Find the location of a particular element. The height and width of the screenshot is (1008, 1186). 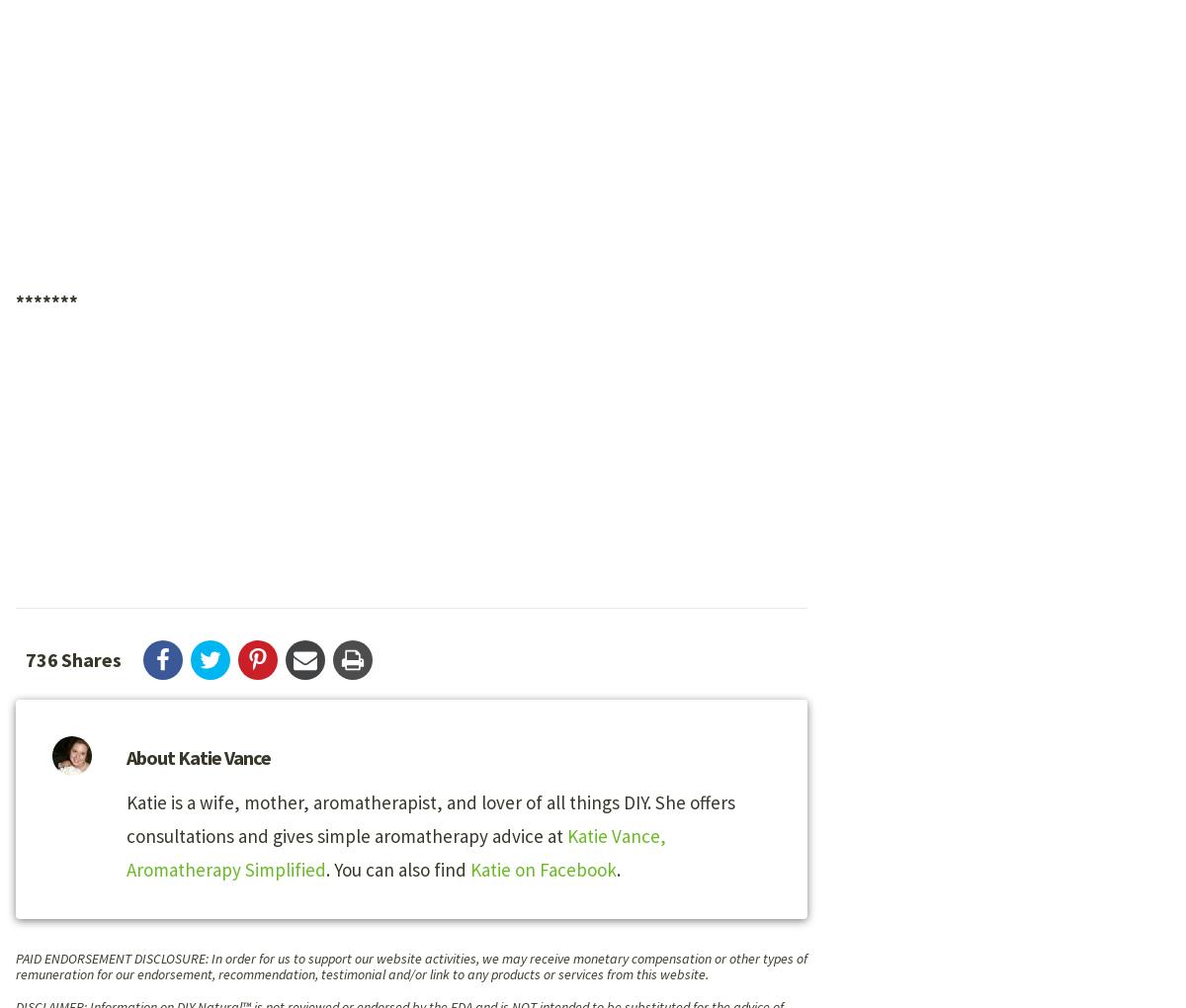

'*******' is located at coordinates (46, 300).